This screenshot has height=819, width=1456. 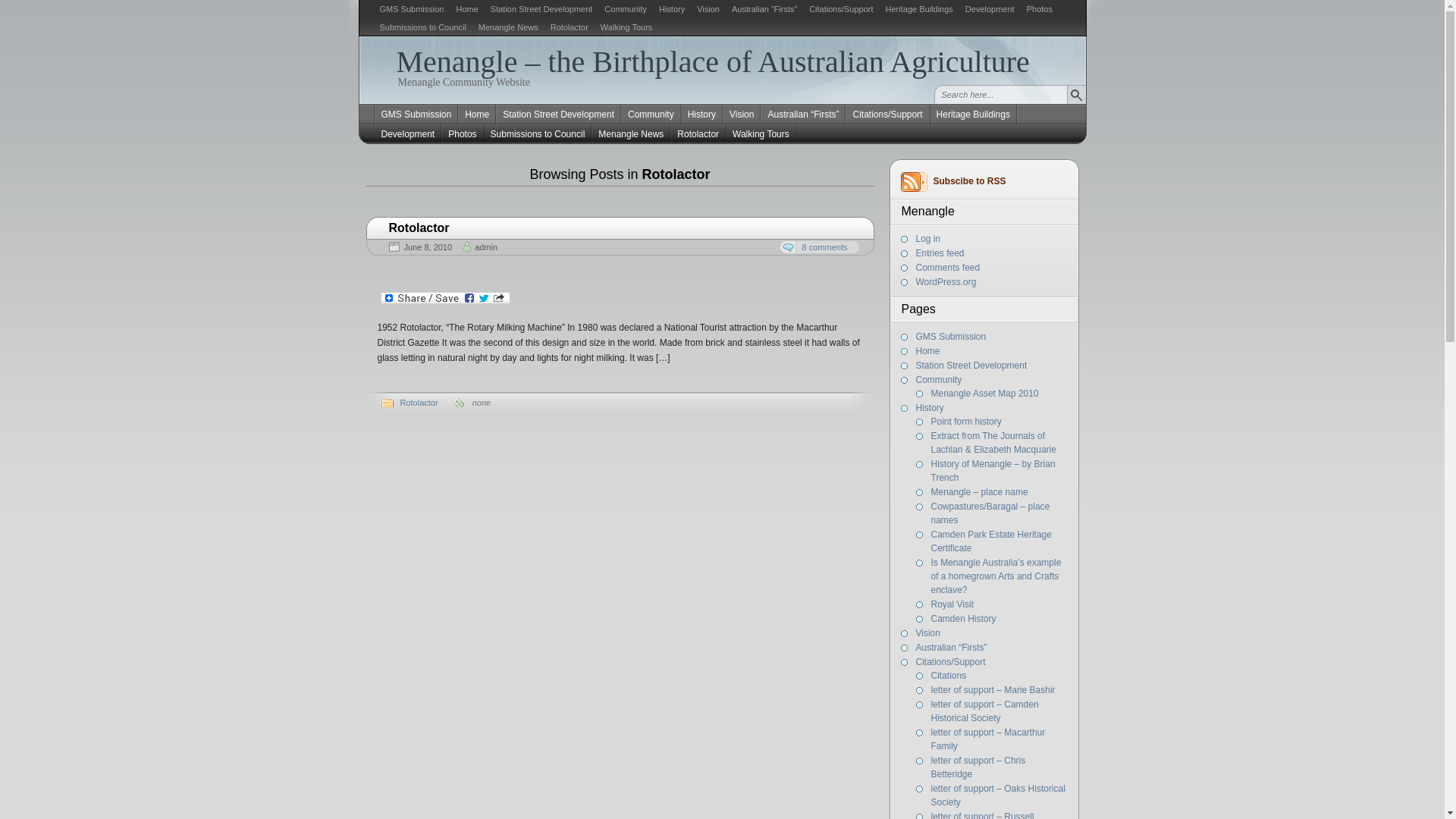 What do you see at coordinates (939, 253) in the screenshot?
I see `'Entries feed'` at bounding box center [939, 253].